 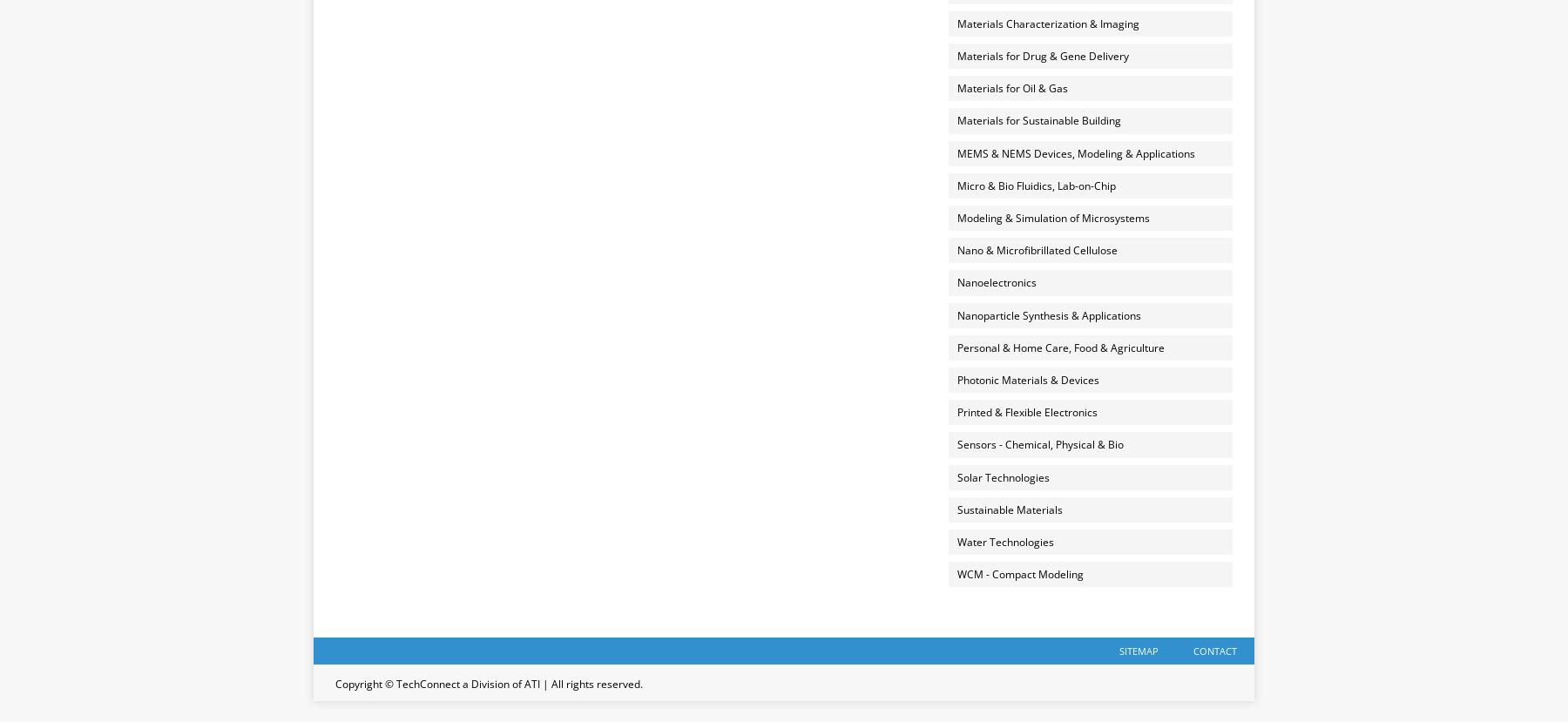 I want to click on 'Nanoelectronics', so click(x=995, y=282).